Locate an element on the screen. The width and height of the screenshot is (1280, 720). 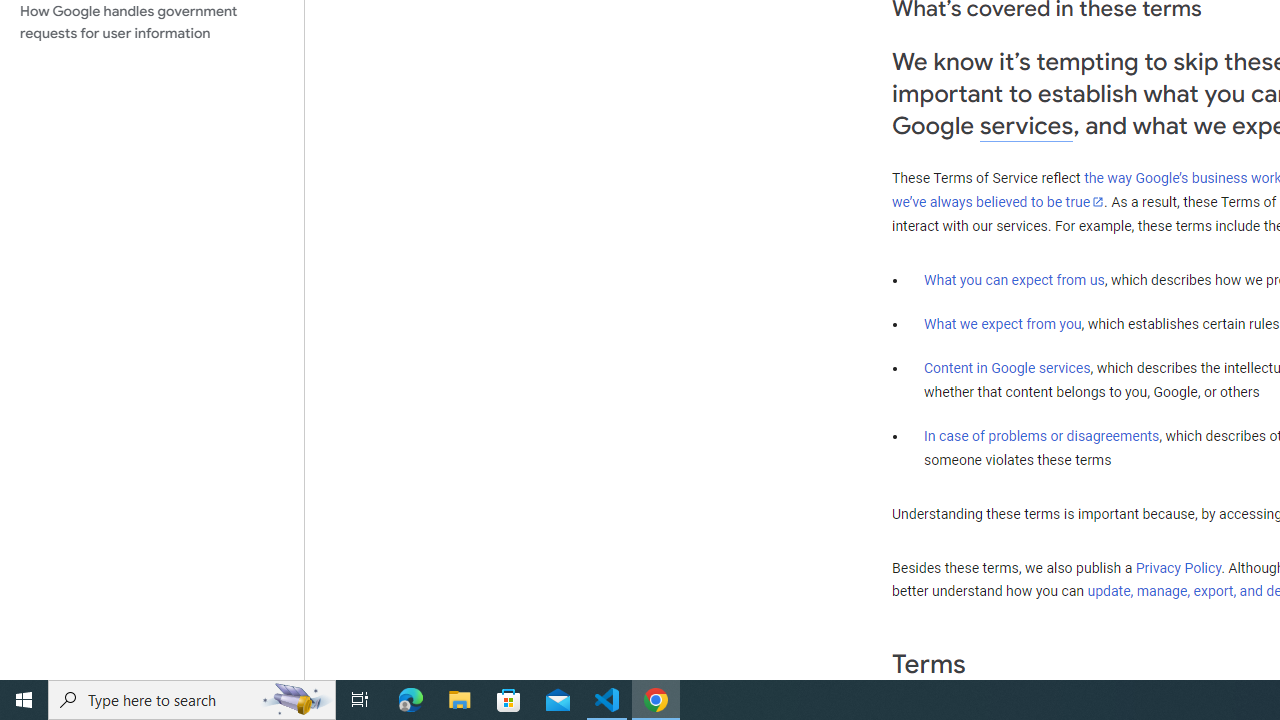
'What you can expect from us' is located at coordinates (1014, 279).